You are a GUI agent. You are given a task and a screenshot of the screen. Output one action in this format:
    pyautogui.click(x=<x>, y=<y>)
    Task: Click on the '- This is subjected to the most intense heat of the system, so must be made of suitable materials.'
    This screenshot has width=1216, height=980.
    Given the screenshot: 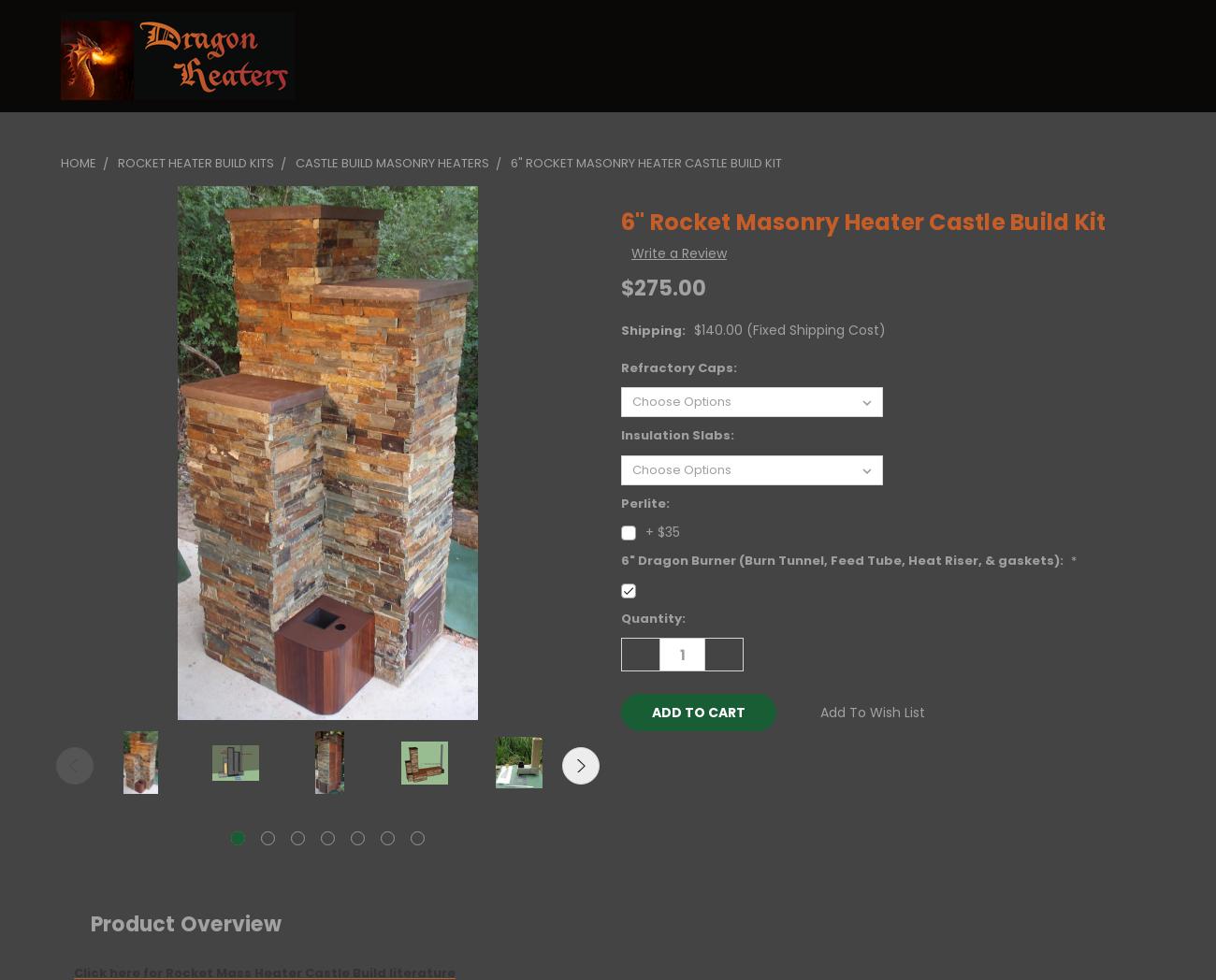 What is the action you would take?
    pyautogui.click(x=534, y=55)
    